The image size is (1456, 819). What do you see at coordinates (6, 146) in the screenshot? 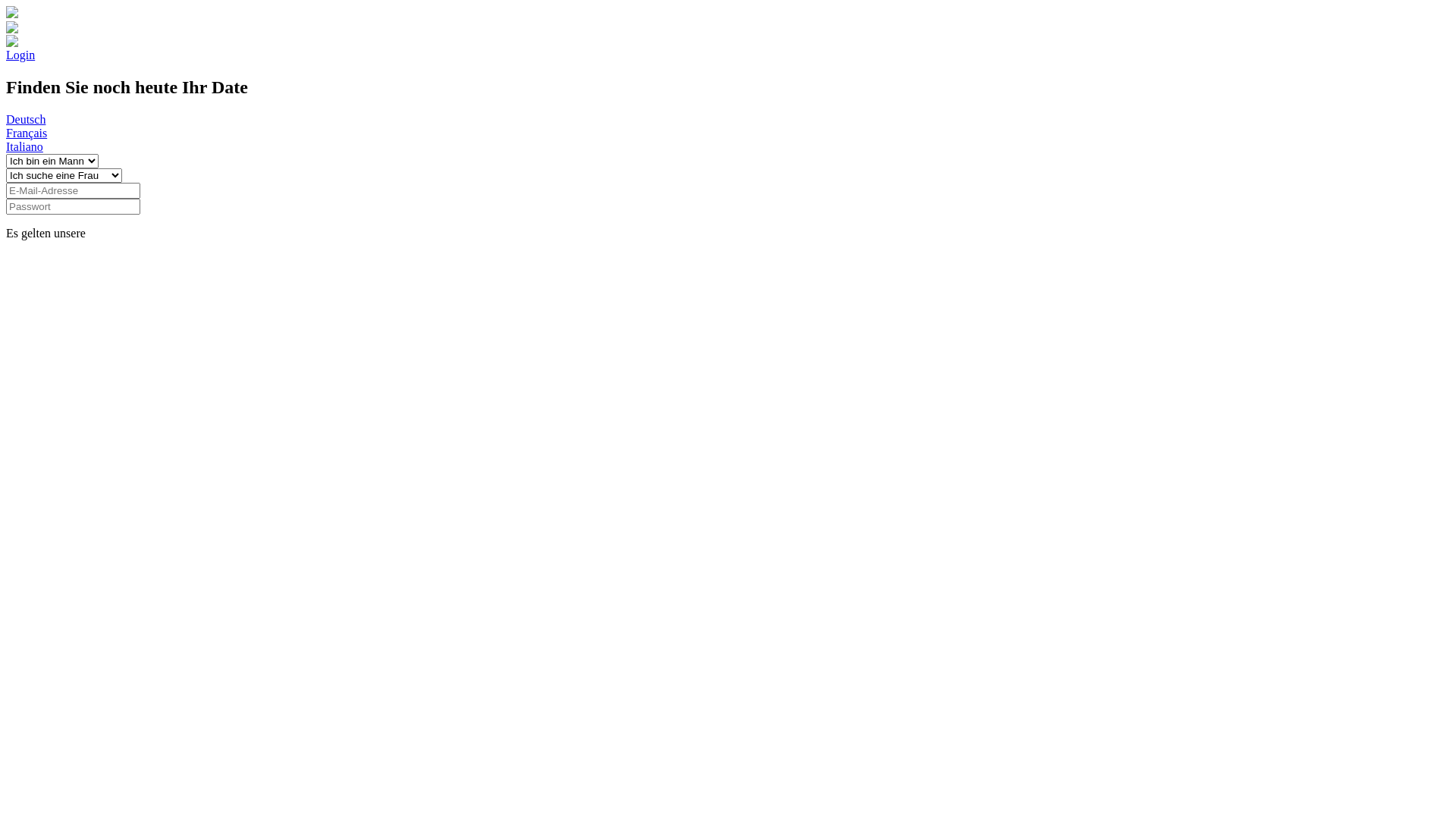
I see `'Italiano'` at bounding box center [6, 146].